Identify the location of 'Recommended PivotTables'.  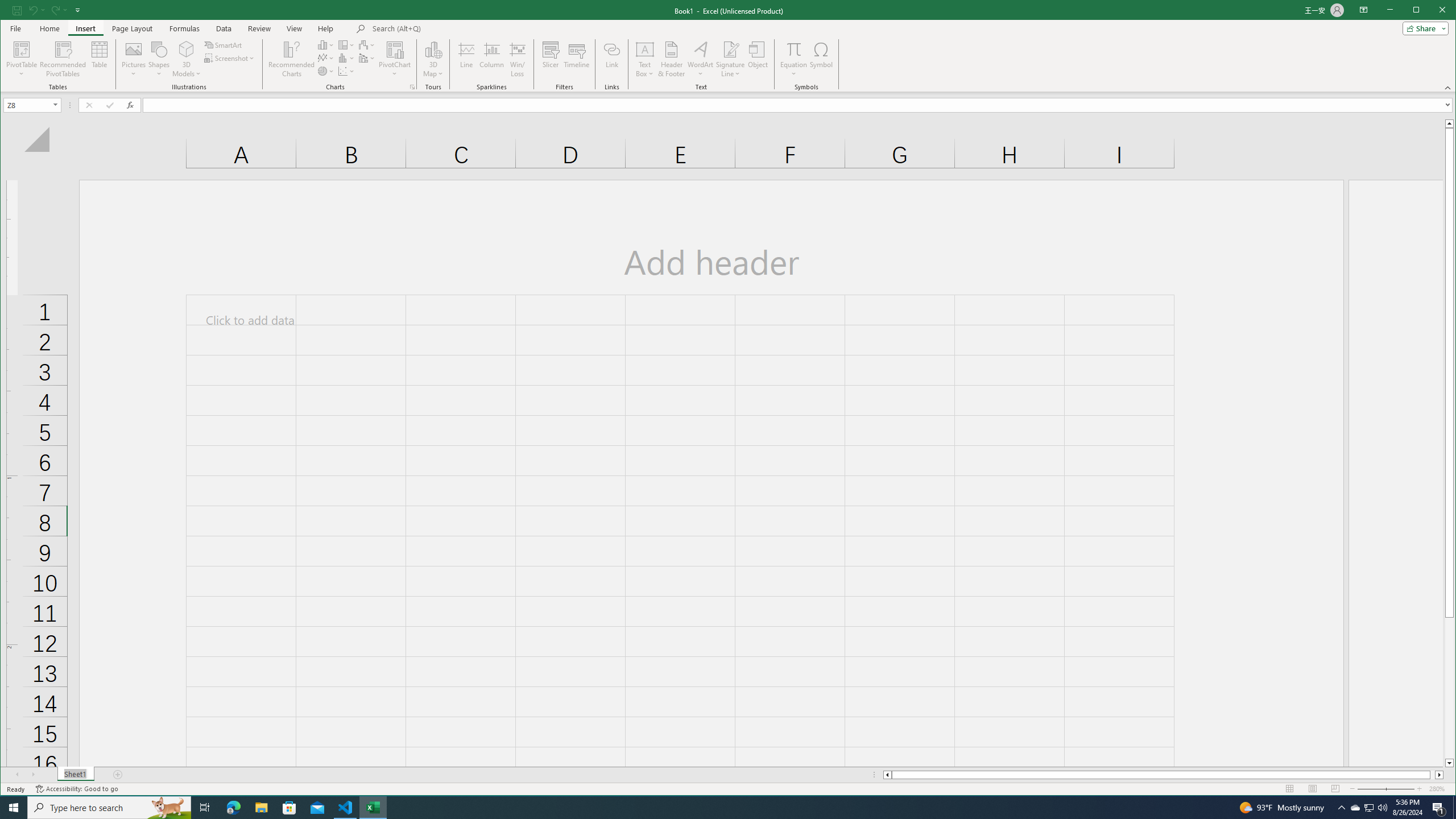
(63, 59).